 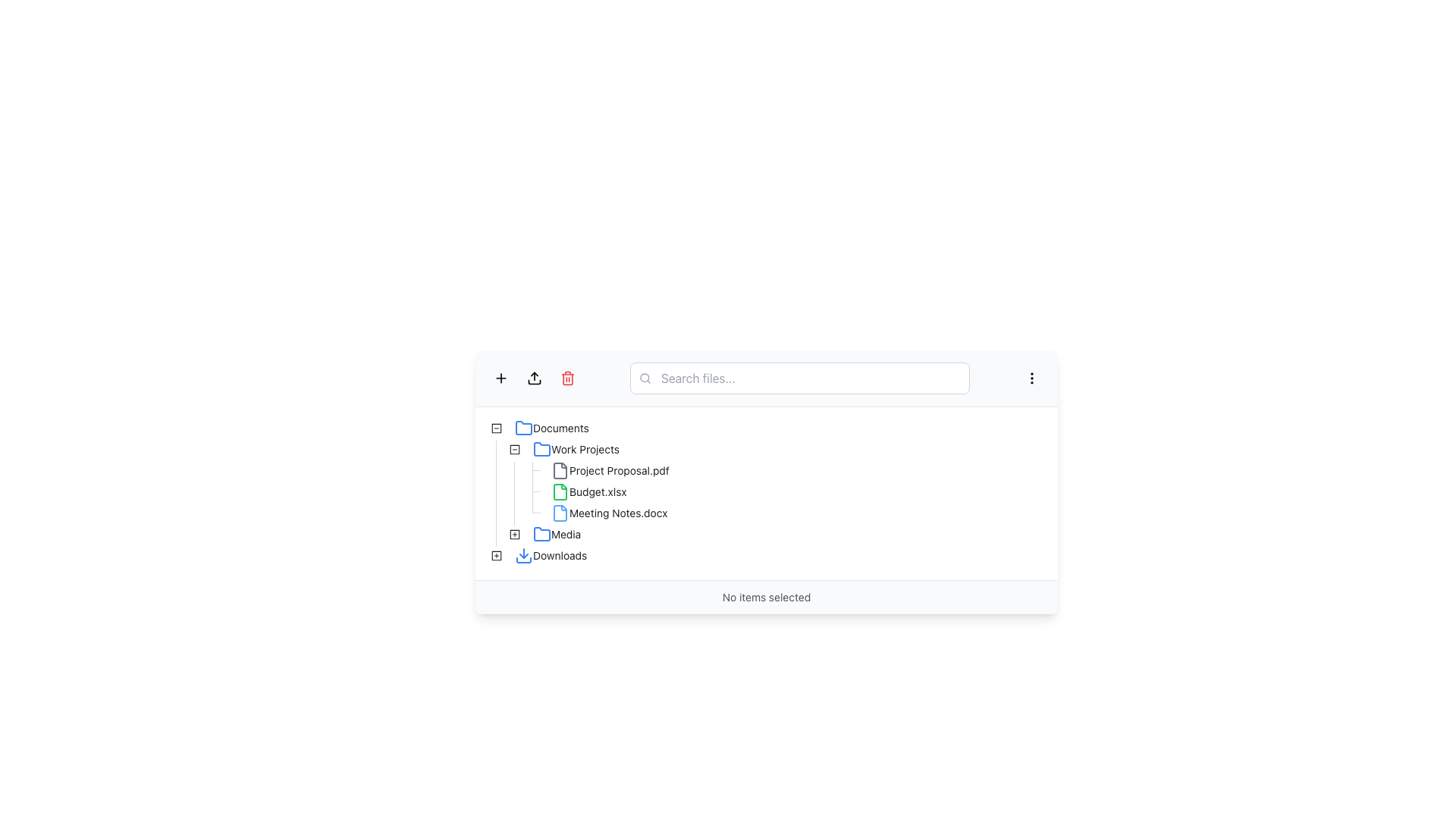 I want to click on the upload button represented by an upward-pointing arrow icon, which is the second button in a row of three action buttons at the top-left section of the interface, so click(x=535, y=377).